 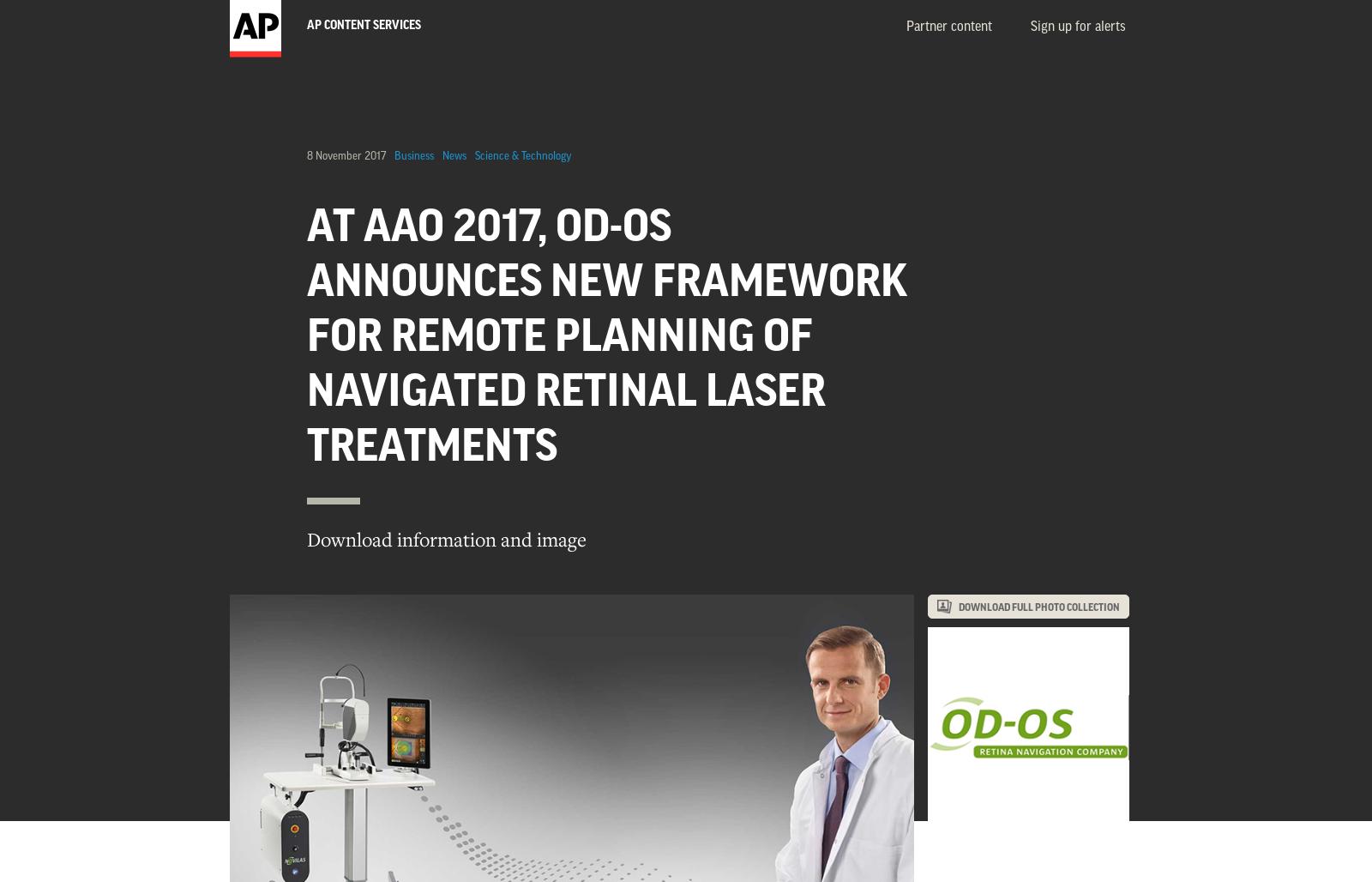 What do you see at coordinates (606, 335) in the screenshot?
I see `'AT AAO 2017, OD-OS ANNOUNCES NEW FRAMEWORK FOR REMOTE PLANNING OF NAVIGATED RETINAL LASER TREATMENTS'` at bounding box center [606, 335].